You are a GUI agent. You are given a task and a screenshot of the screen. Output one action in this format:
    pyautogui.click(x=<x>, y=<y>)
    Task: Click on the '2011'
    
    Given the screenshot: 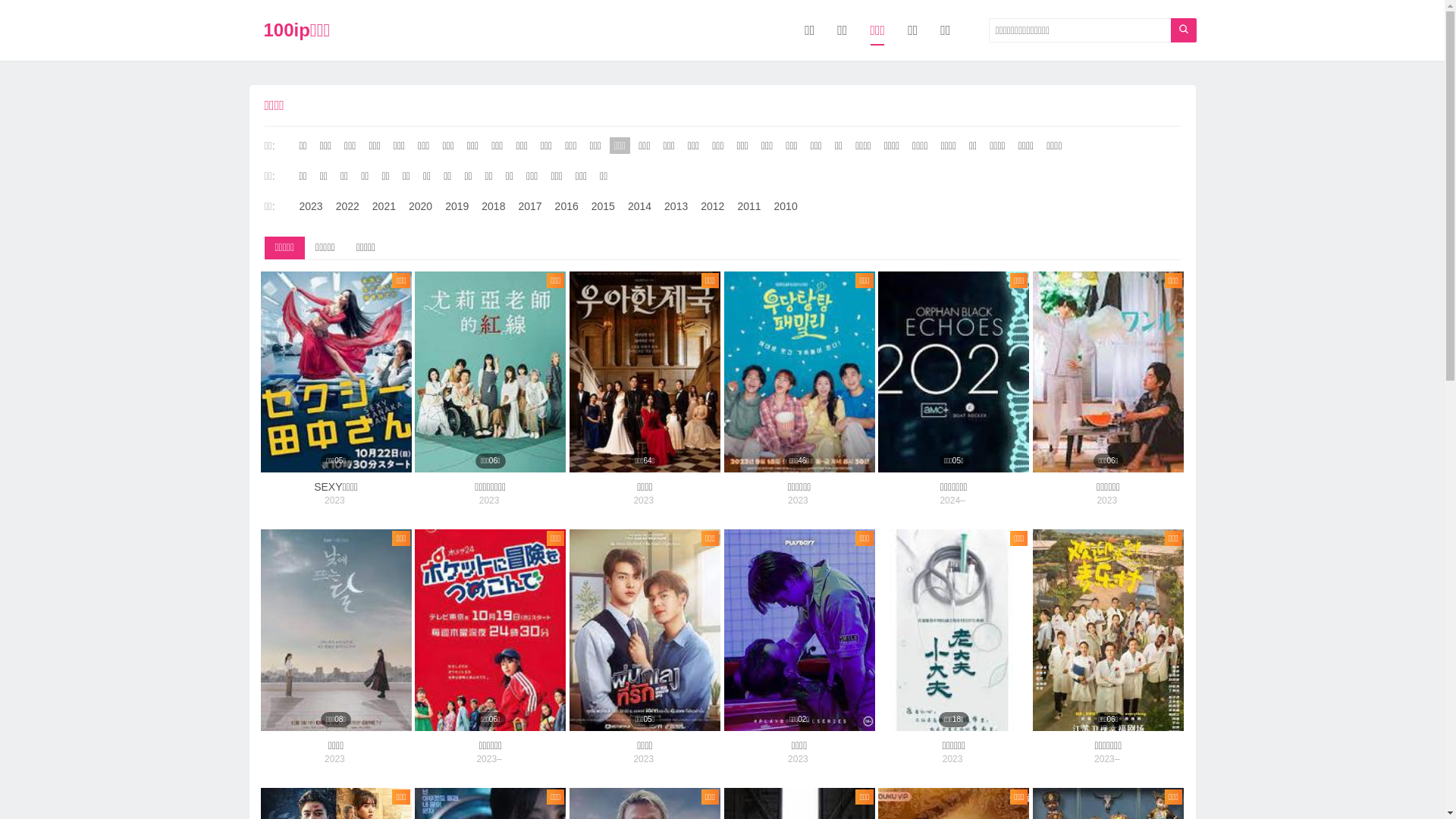 What is the action you would take?
    pyautogui.click(x=748, y=206)
    